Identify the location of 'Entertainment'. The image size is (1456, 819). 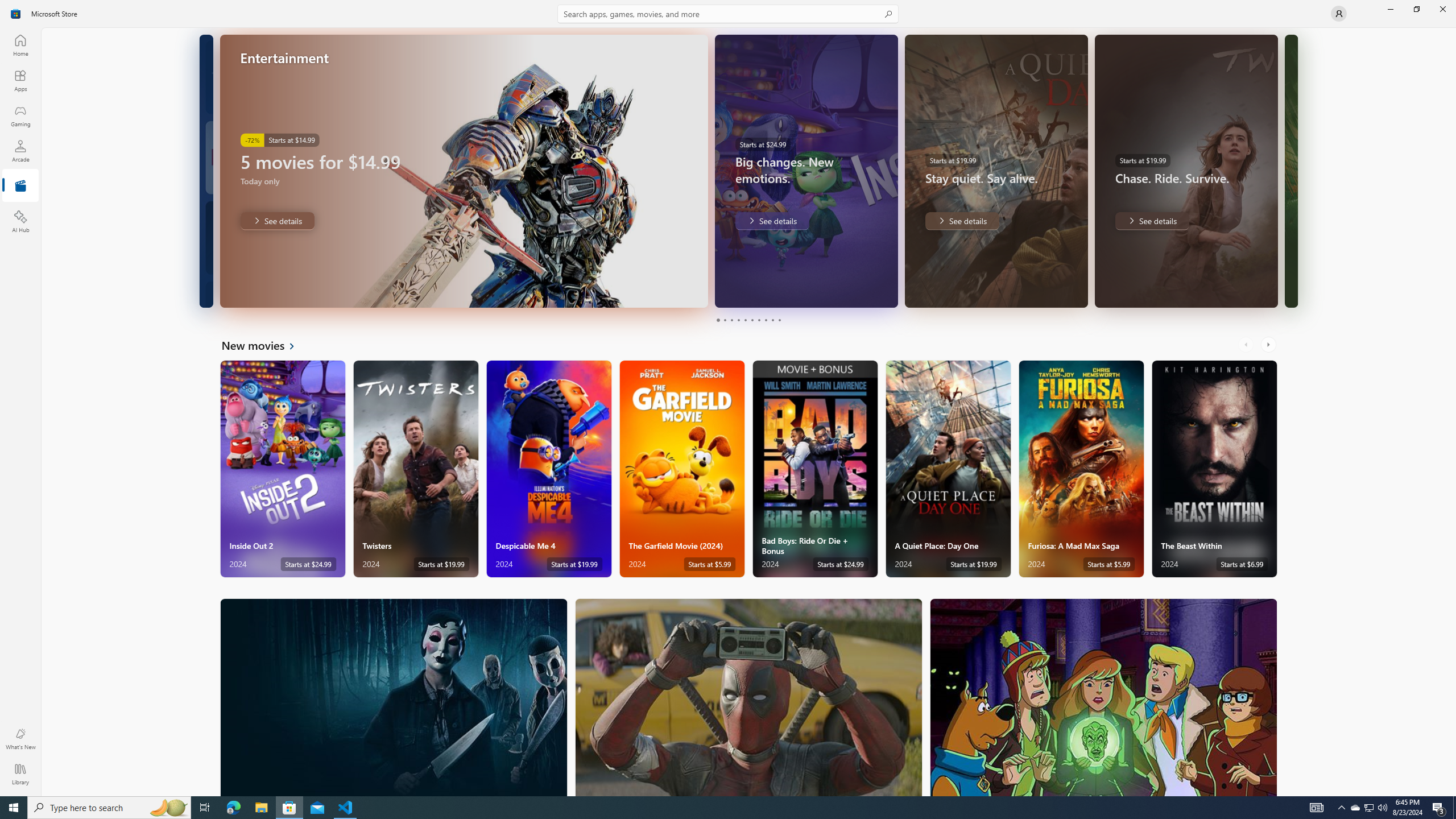
(19, 185).